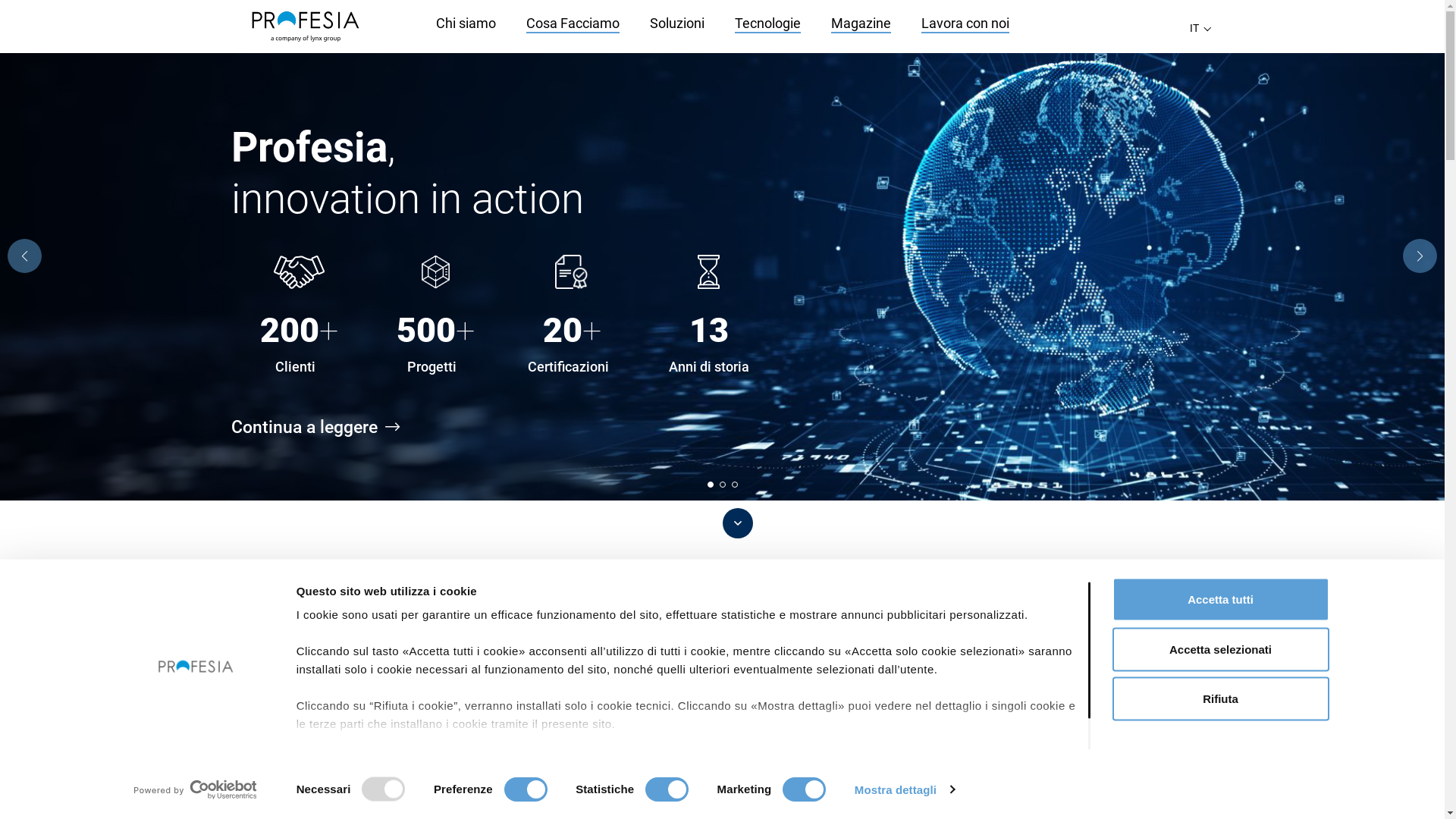 The image size is (1456, 819). I want to click on 'Rifiuta', so click(1111, 698).